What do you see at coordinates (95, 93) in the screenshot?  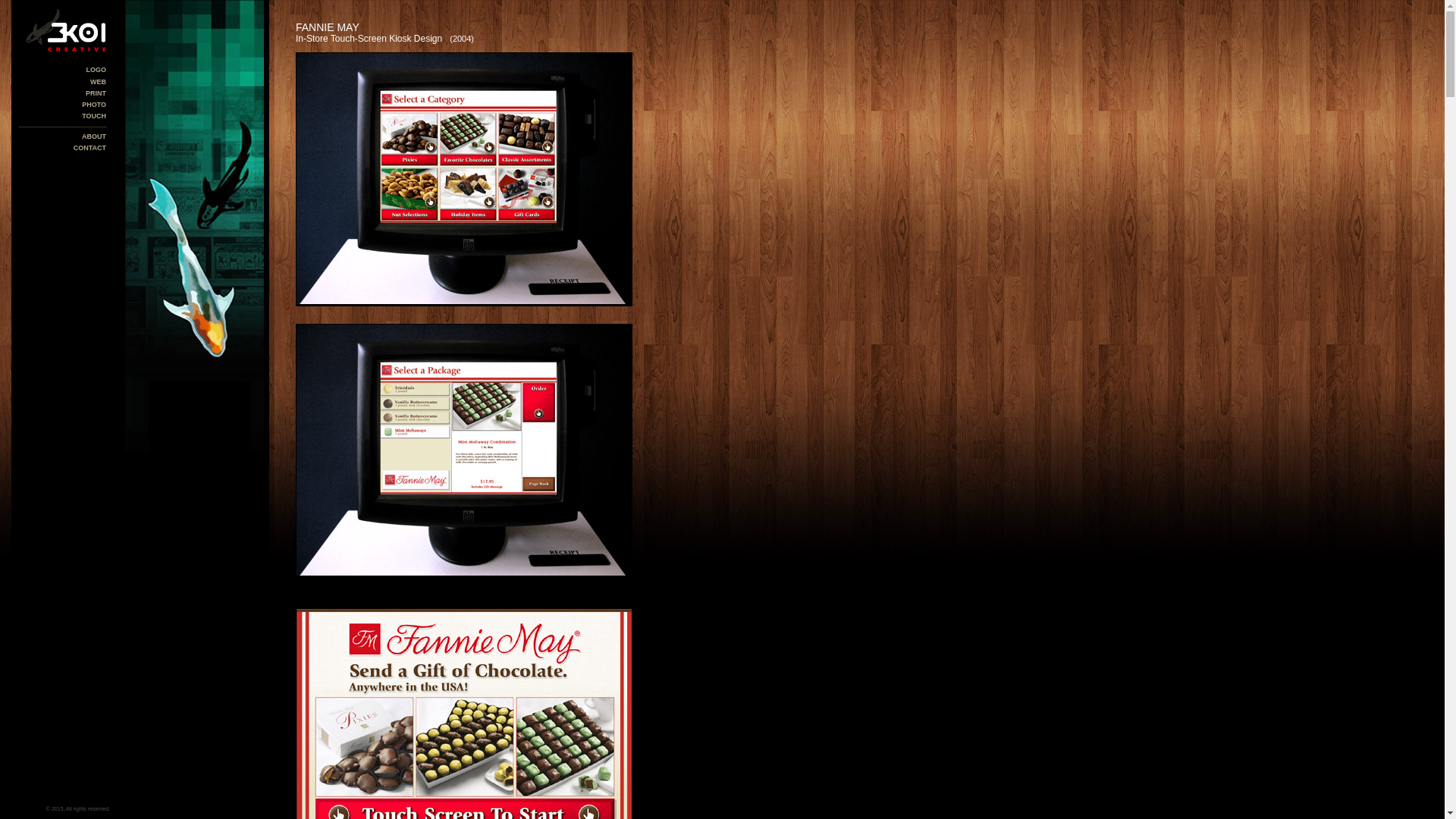 I see `'PRINT'` at bounding box center [95, 93].